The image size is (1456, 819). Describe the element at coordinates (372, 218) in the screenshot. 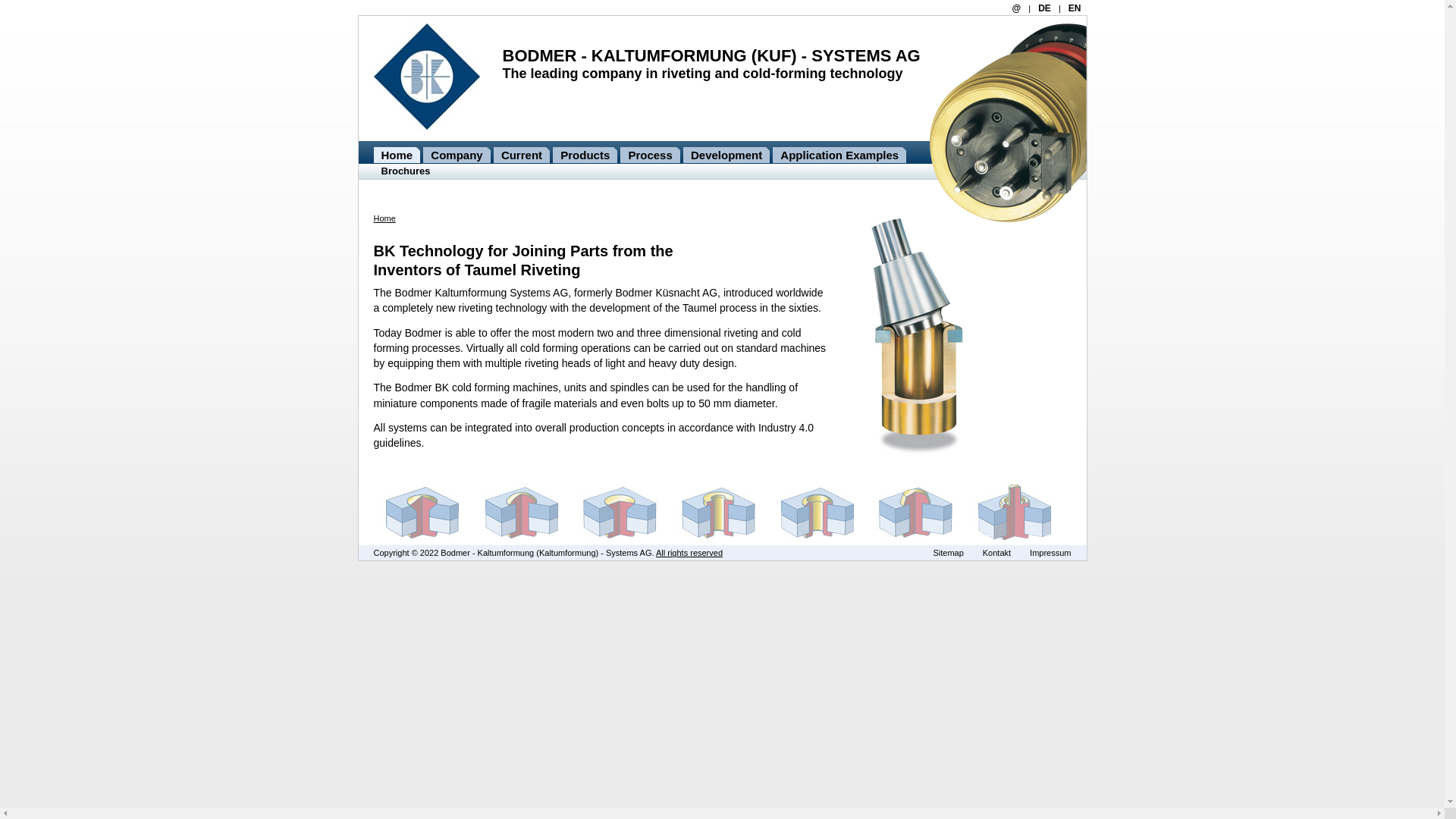

I see `'Home'` at that location.